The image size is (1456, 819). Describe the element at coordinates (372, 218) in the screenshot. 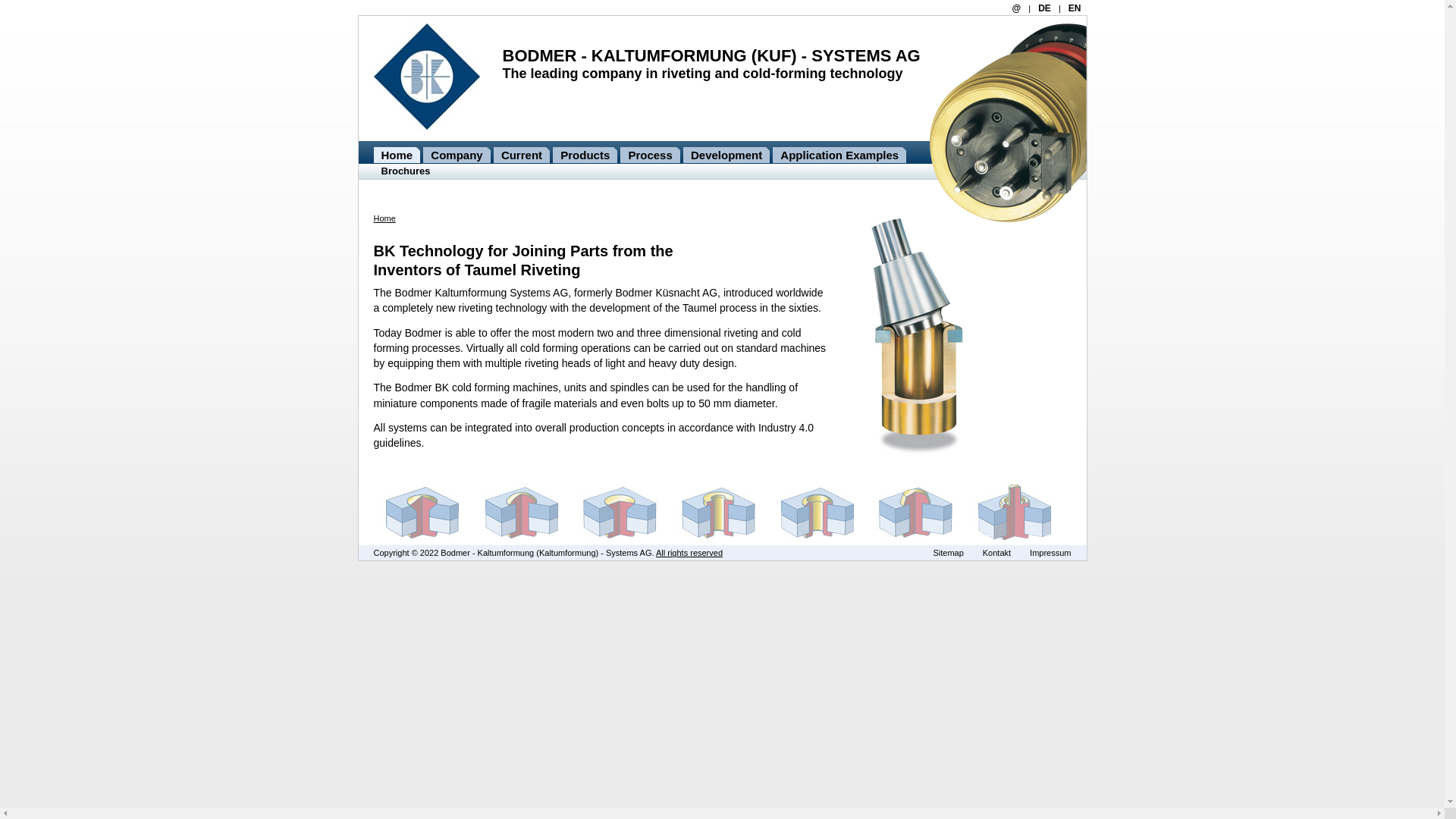

I see `'Home'` at that location.